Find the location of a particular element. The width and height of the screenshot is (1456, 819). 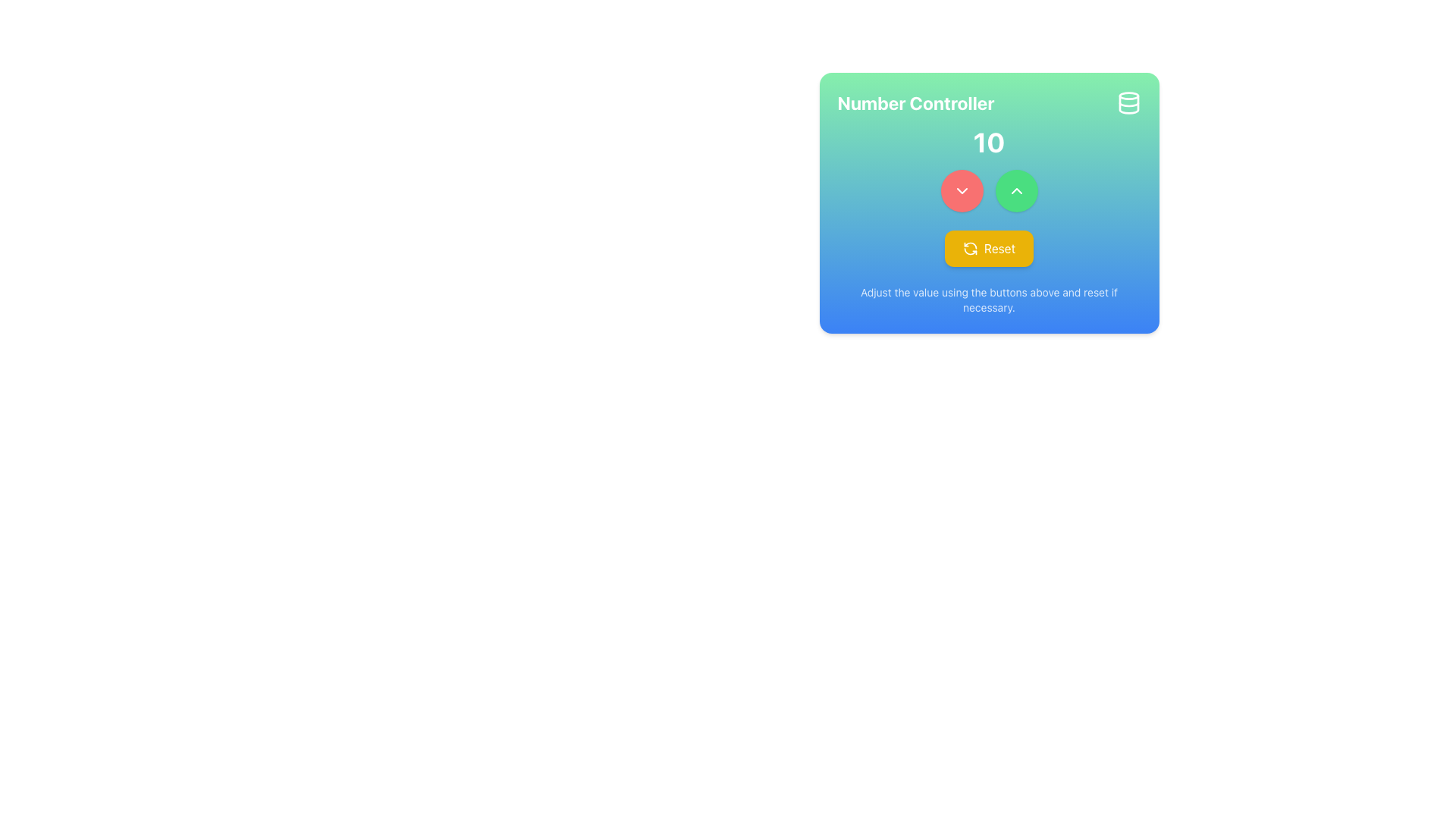

the middle elliptical disk of the database icon located in the top-right corner of the interface, which features a white stroked outline on a gradient background is located at coordinates (1128, 104).